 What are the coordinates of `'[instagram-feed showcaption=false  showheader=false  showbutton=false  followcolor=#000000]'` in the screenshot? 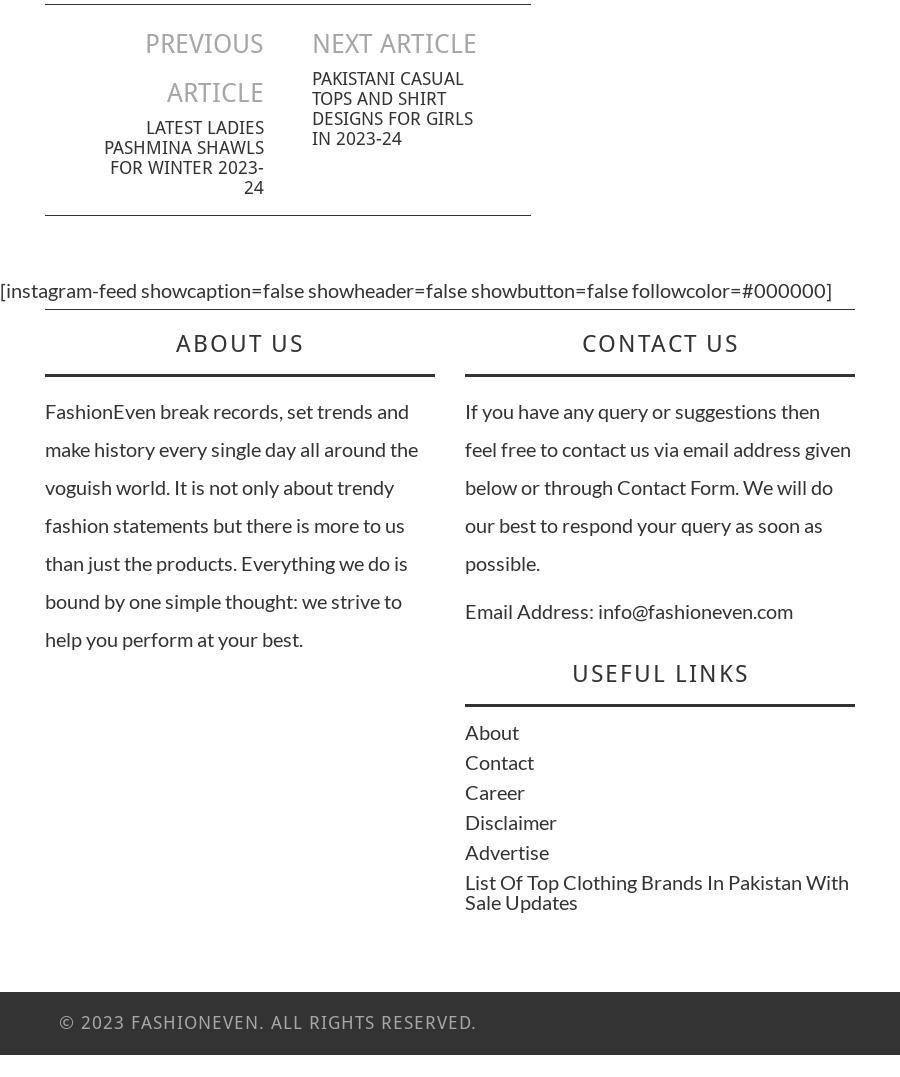 It's located at (415, 289).